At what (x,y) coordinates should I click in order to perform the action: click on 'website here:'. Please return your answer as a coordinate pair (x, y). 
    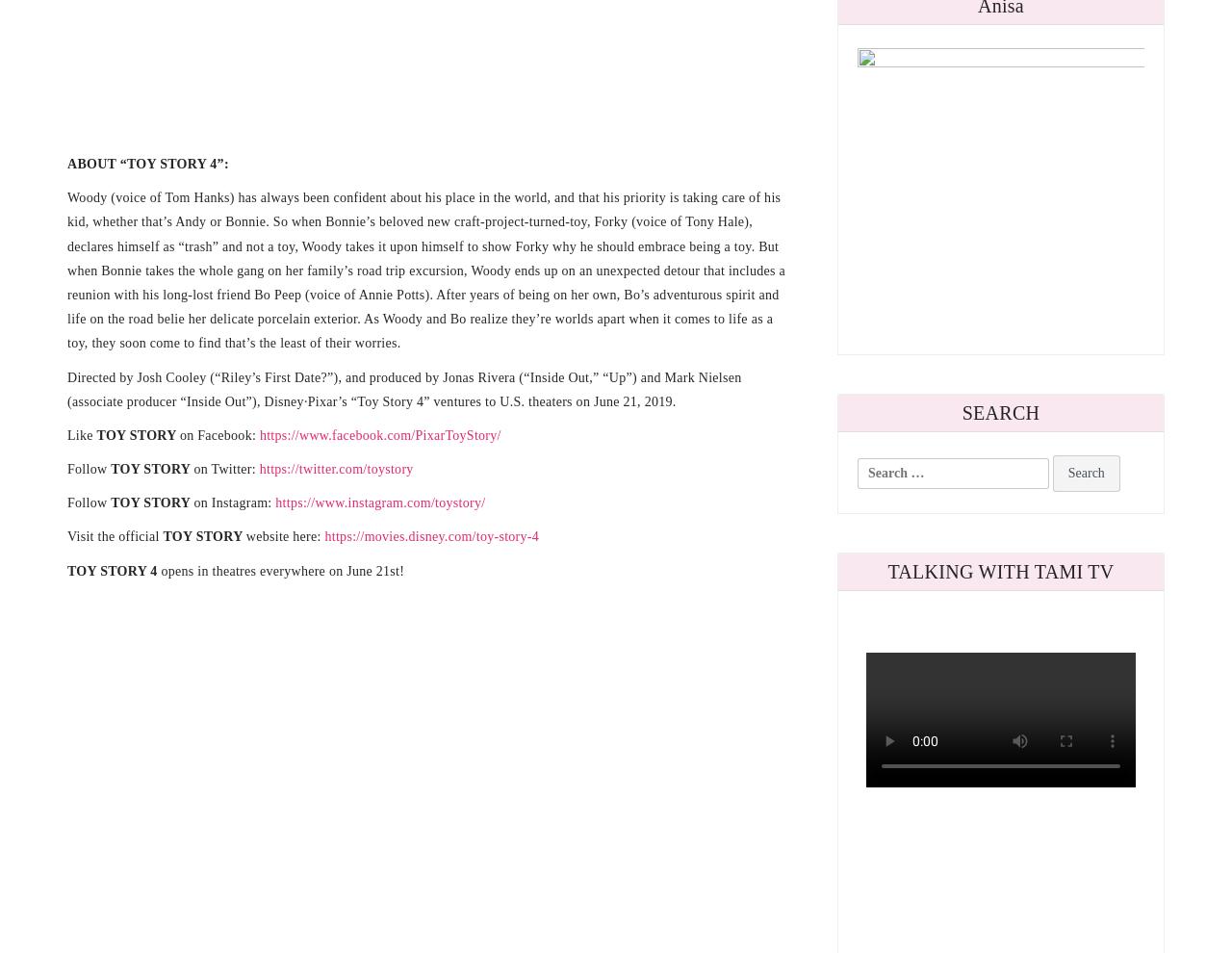
    Looking at the image, I should click on (284, 536).